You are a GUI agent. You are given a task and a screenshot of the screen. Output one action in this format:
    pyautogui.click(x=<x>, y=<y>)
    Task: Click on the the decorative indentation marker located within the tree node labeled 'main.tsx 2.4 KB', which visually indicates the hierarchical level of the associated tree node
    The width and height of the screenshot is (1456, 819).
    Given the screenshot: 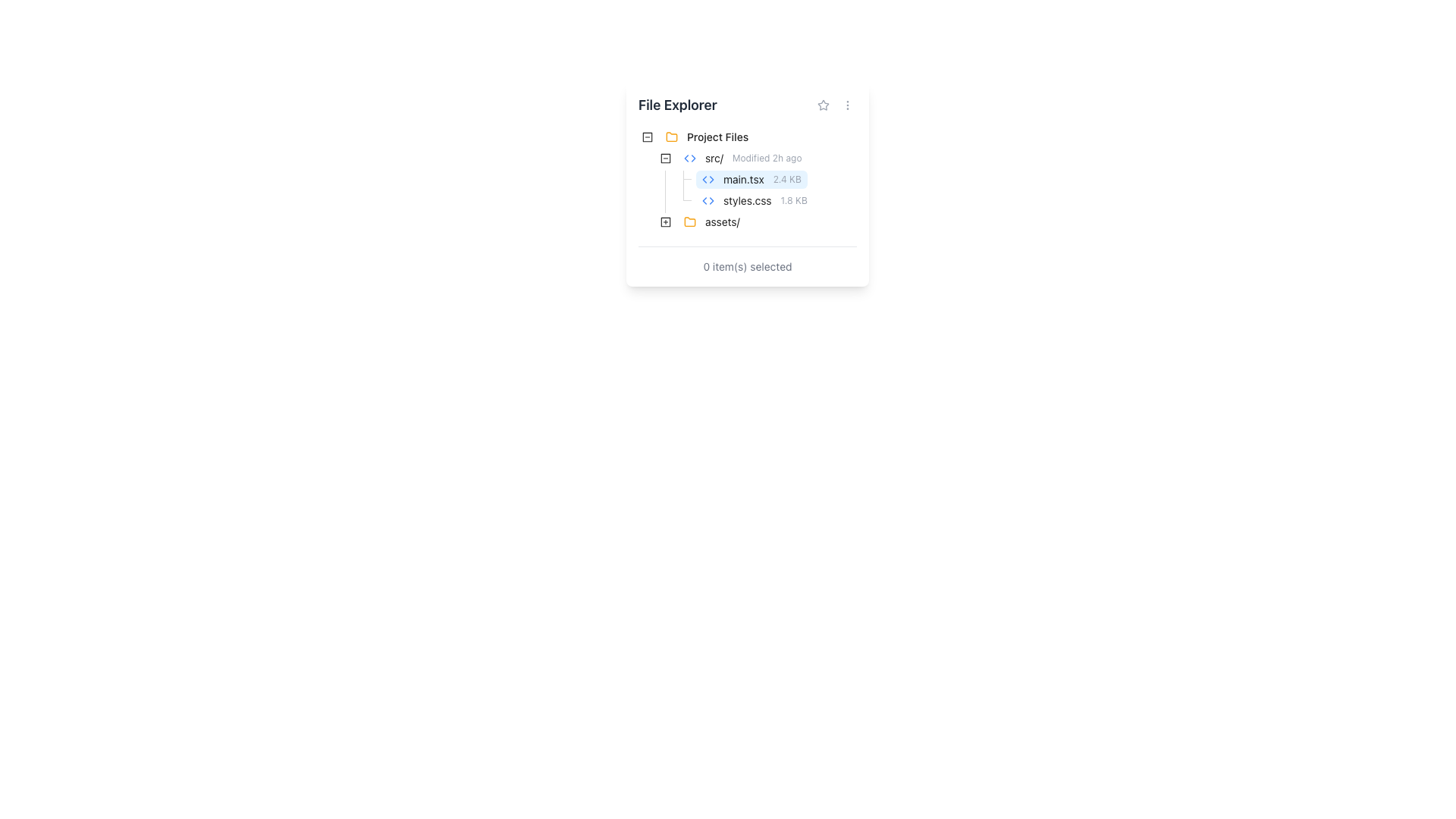 What is the action you would take?
    pyautogui.click(x=656, y=178)
    